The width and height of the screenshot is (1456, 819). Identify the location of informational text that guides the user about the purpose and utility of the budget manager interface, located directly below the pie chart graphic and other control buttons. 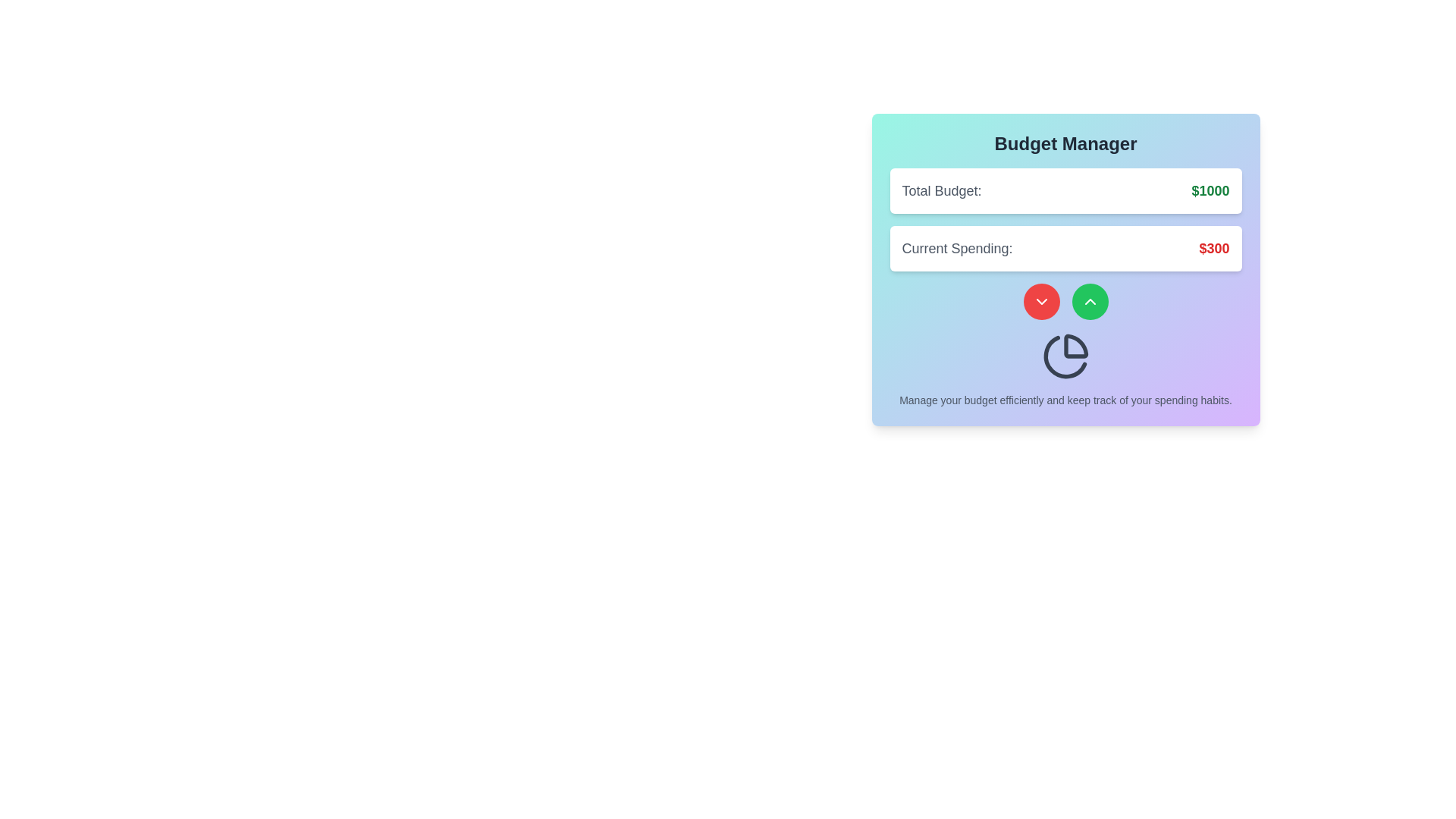
(1065, 400).